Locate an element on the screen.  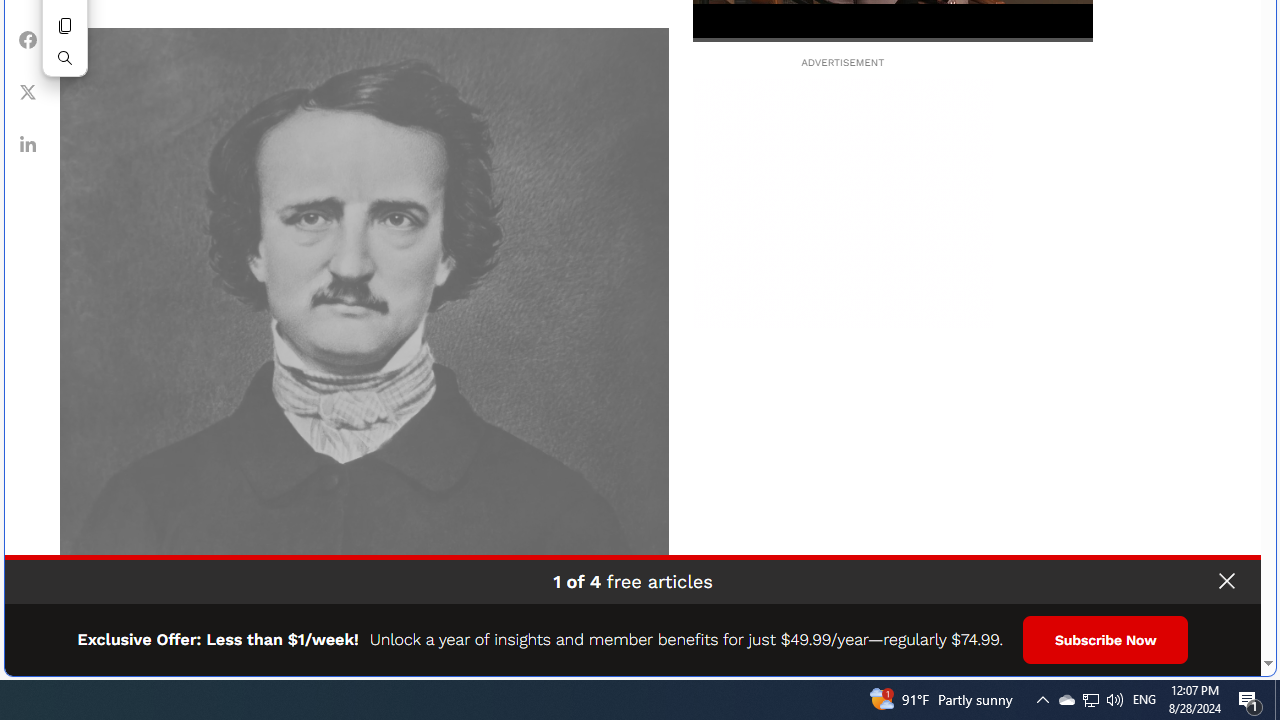
'Tray Input Indicator - English (United States)' is located at coordinates (1144, 698).